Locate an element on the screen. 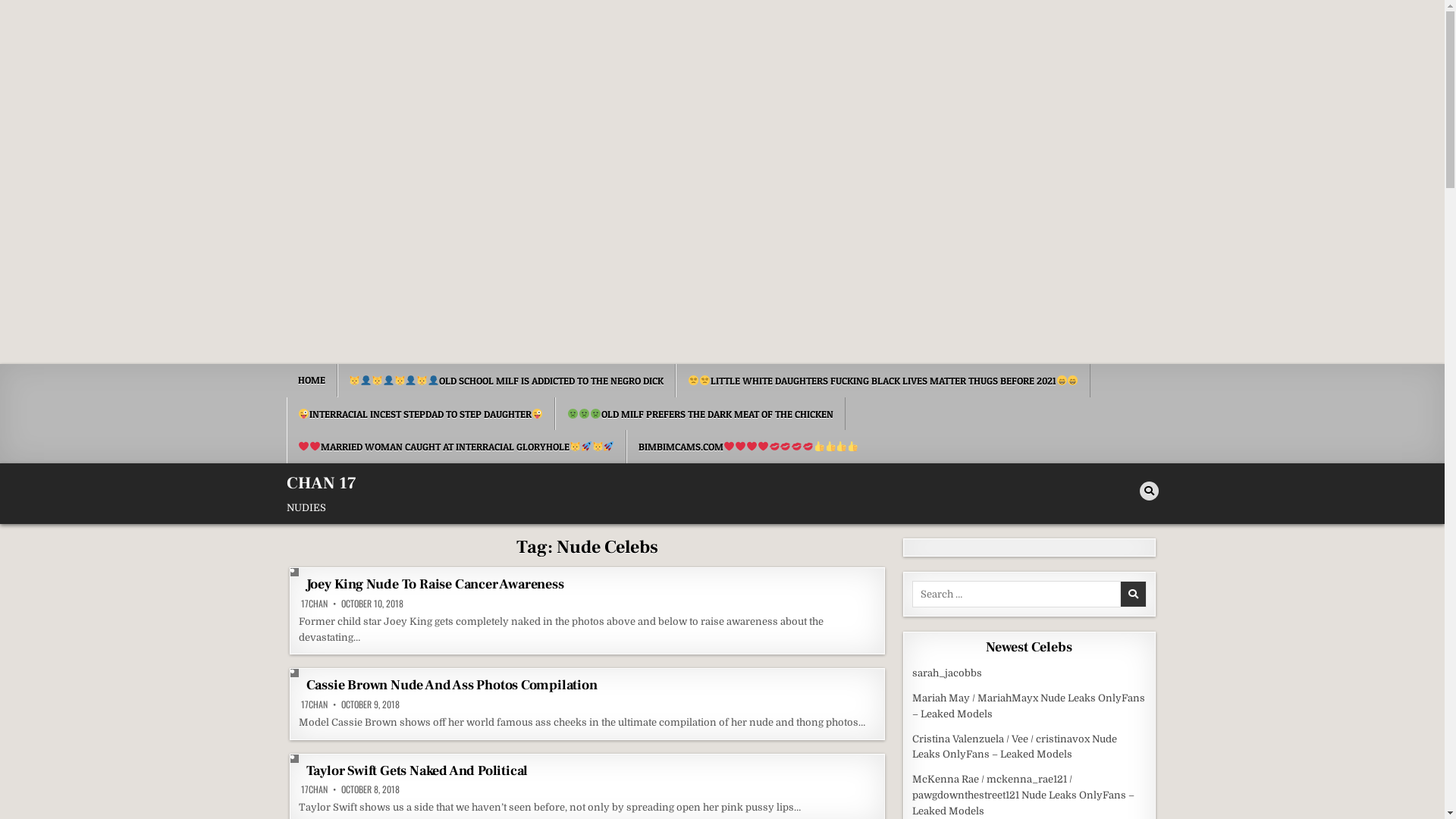 The image size is (1456, 819). 'HOME' is located at coordinates (311, 379).